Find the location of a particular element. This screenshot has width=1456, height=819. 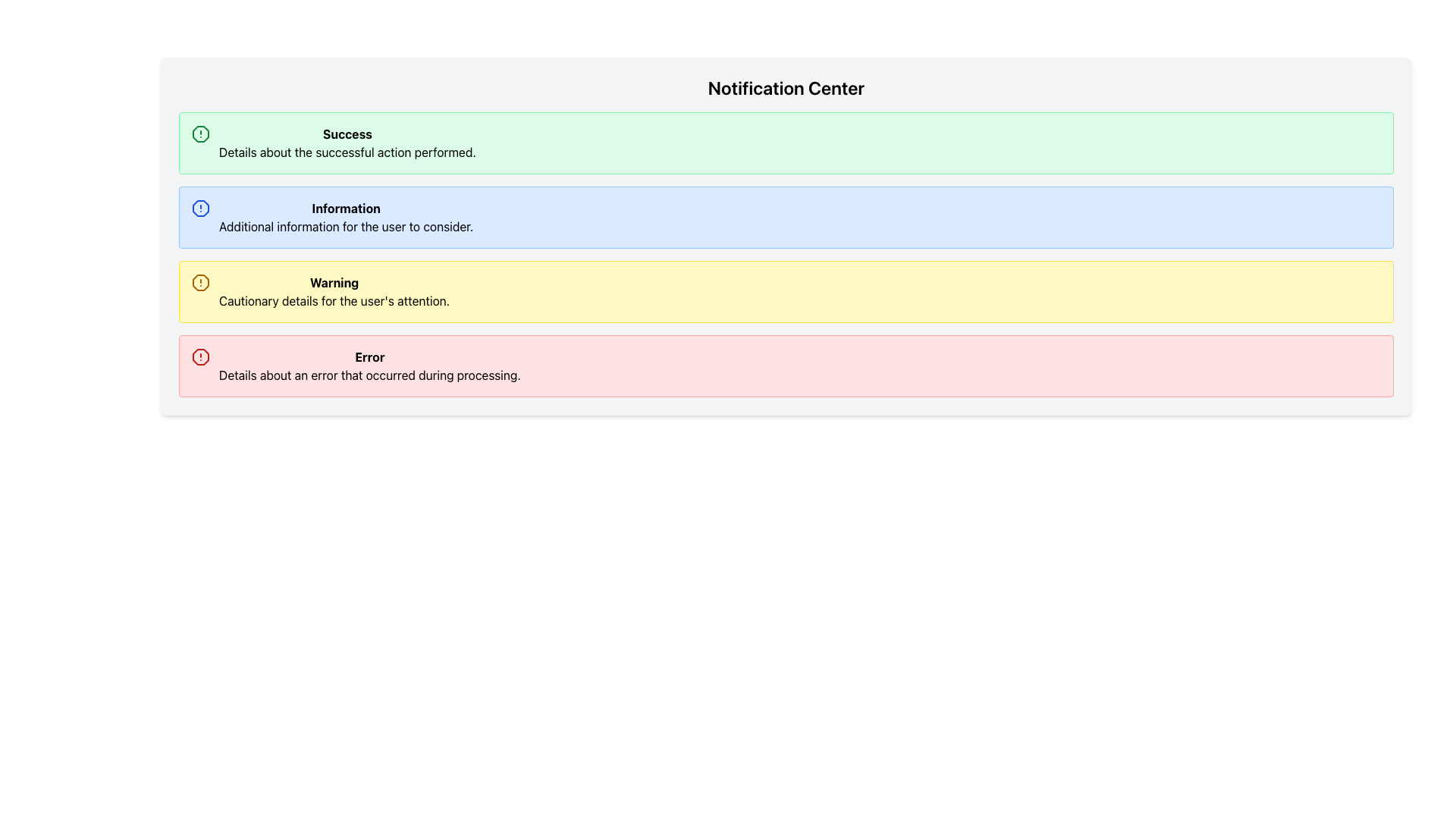

the warning icon within the 'Warning' notification card to emphasize the warning message it signifies is located at coordinates (199, 283).